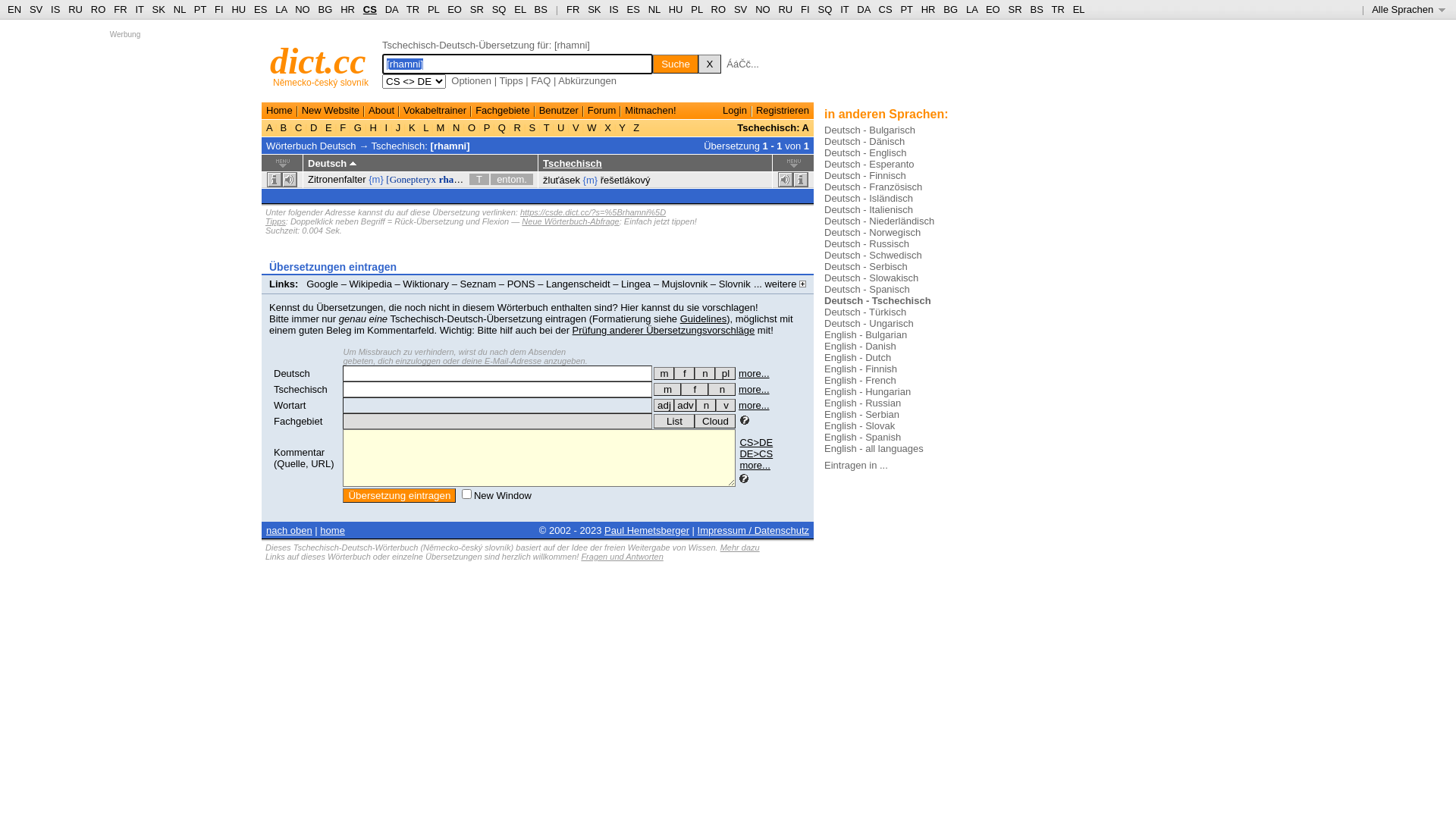 The image size is (1456, 819). I want to click on 'TR', so click(1056, 9).